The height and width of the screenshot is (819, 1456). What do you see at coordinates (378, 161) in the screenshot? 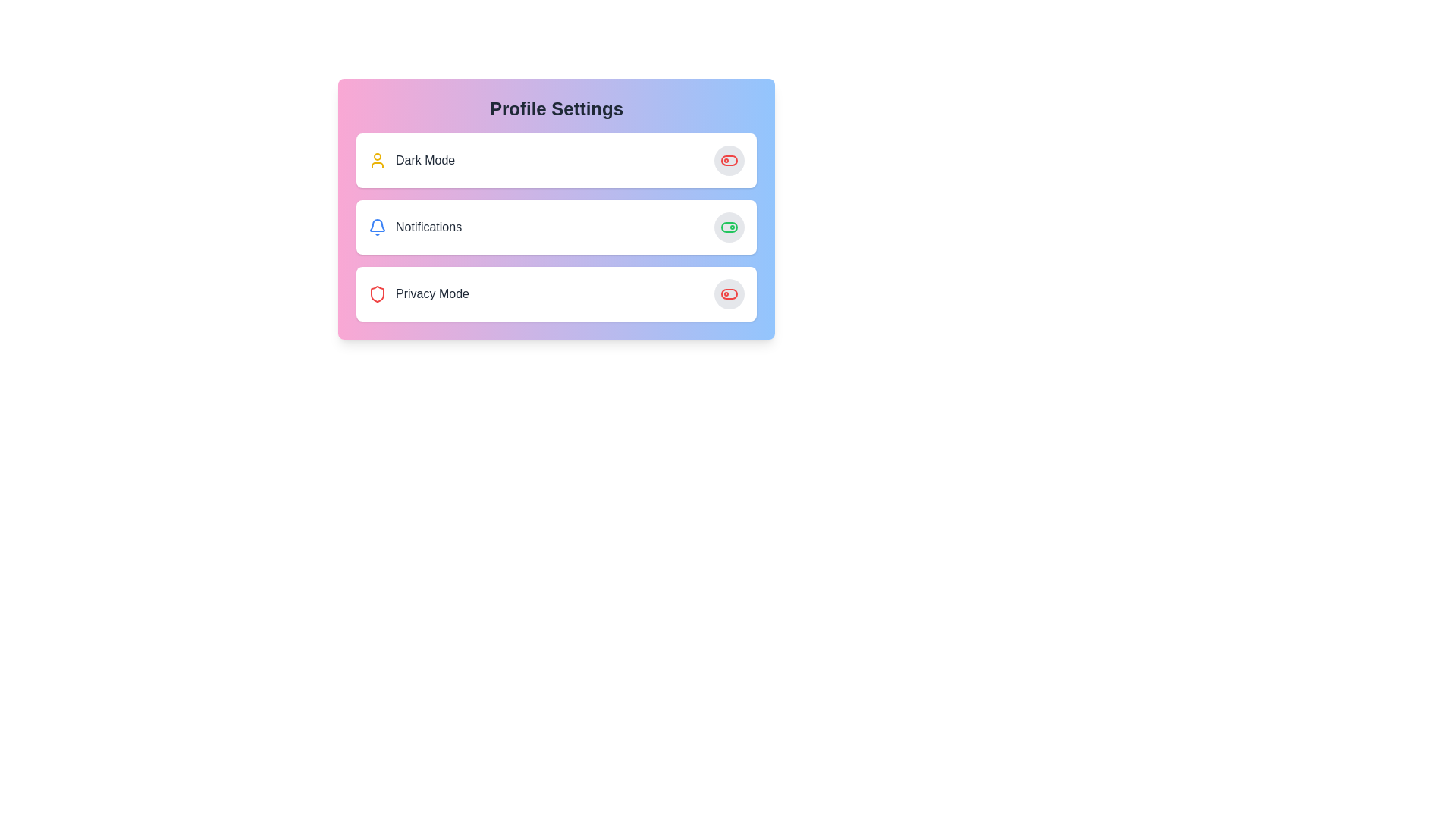
I see `the yellow user icon located to the left of the 'Dark Mode' item in the 'Profile Settings' menu` at bounding box center [378, 161].